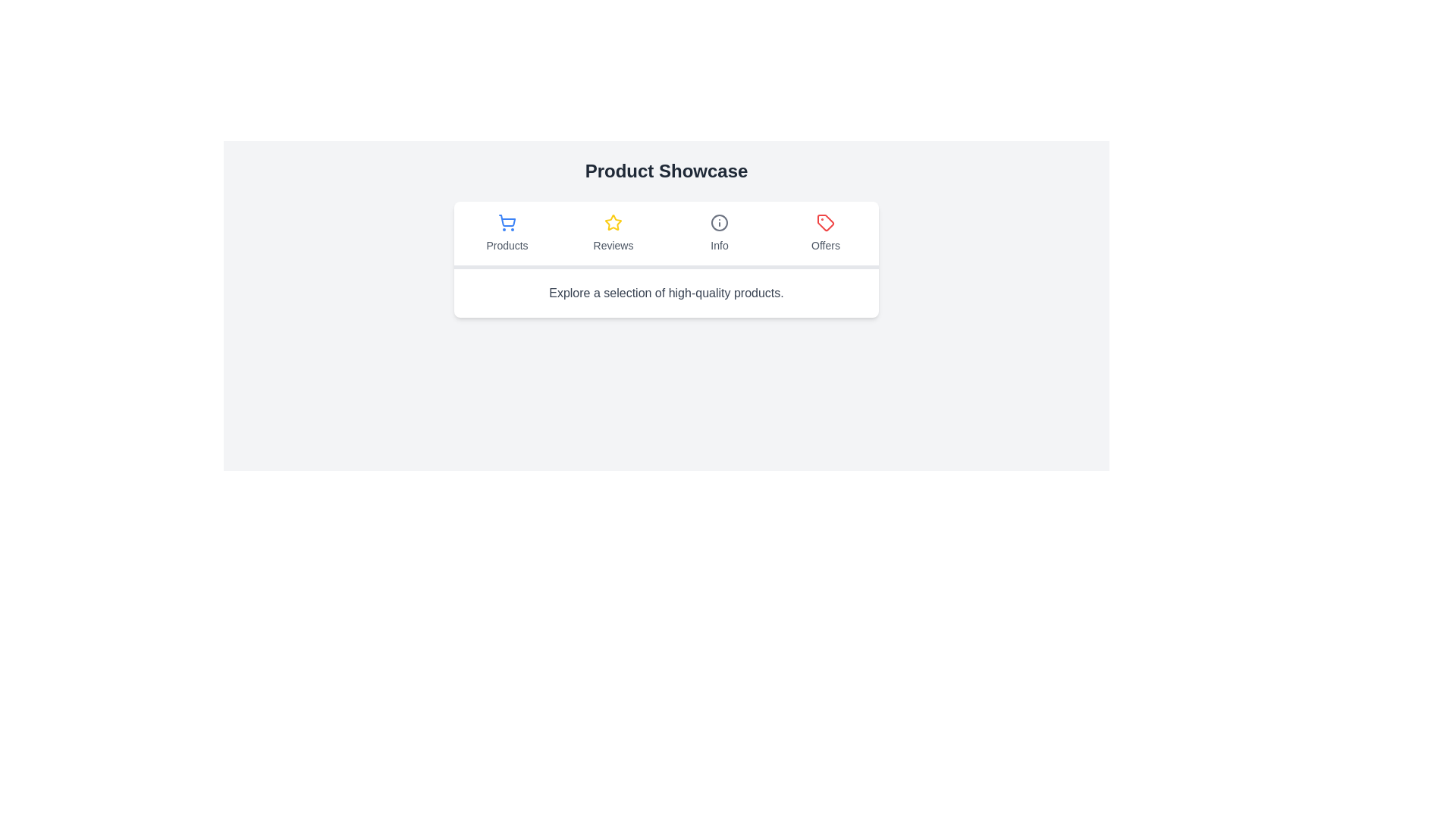 Image resolution: width=1456 pixels, height=819 pixels. Describe the element at coordinates (825, 222) in the screenshot. I see `the 'Offers' icon, which is located on the far right of the icon group that includes 'Products,' 'Reviews,' and 'Info.'` at that location.